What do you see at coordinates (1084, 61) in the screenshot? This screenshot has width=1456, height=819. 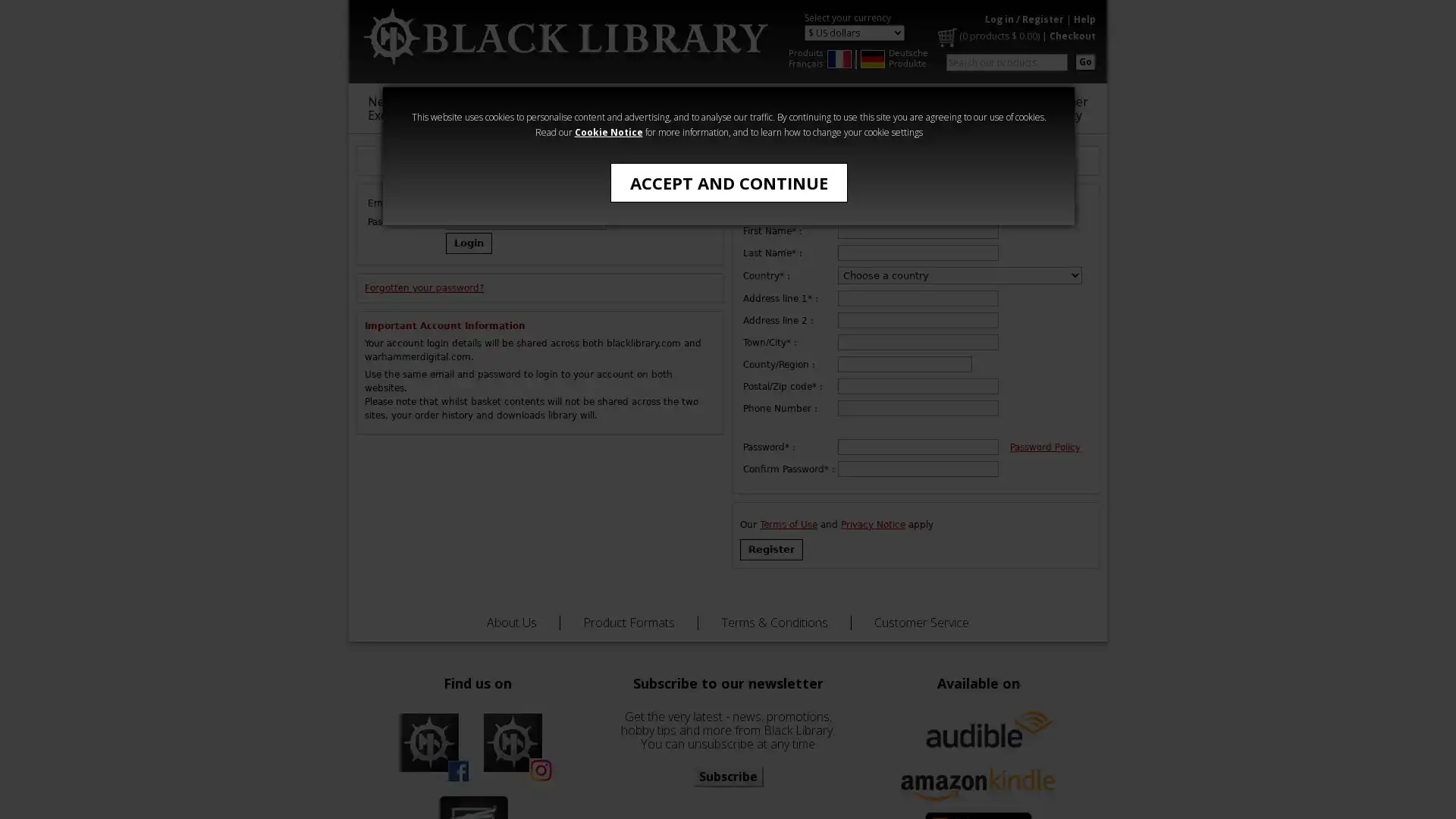 I see `Go` at bounding box center [1084, 61].